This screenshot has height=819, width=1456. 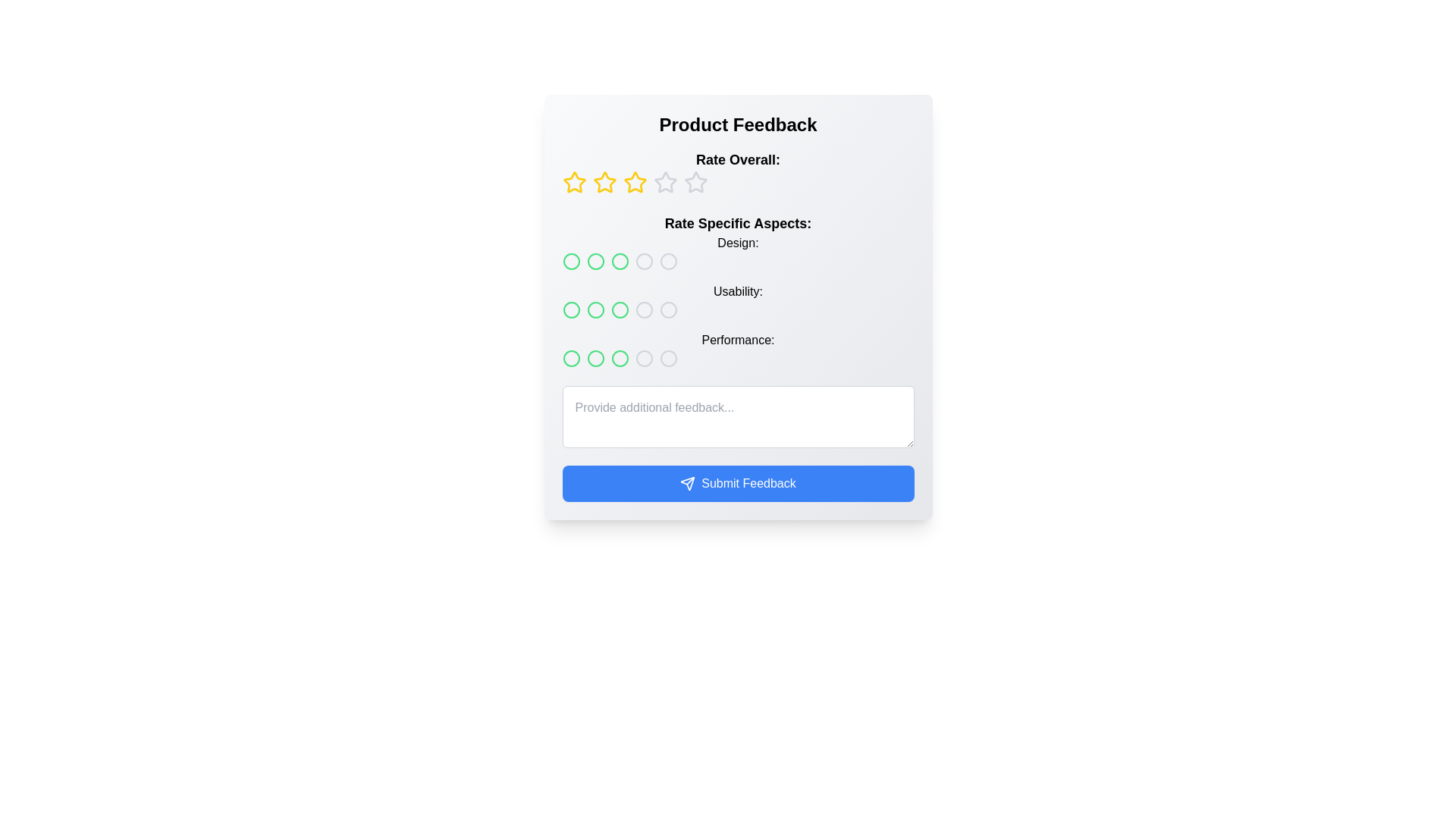 I want to click on the first green circular rating option in the 'Performance' rating row, so click(x=570, y=359).